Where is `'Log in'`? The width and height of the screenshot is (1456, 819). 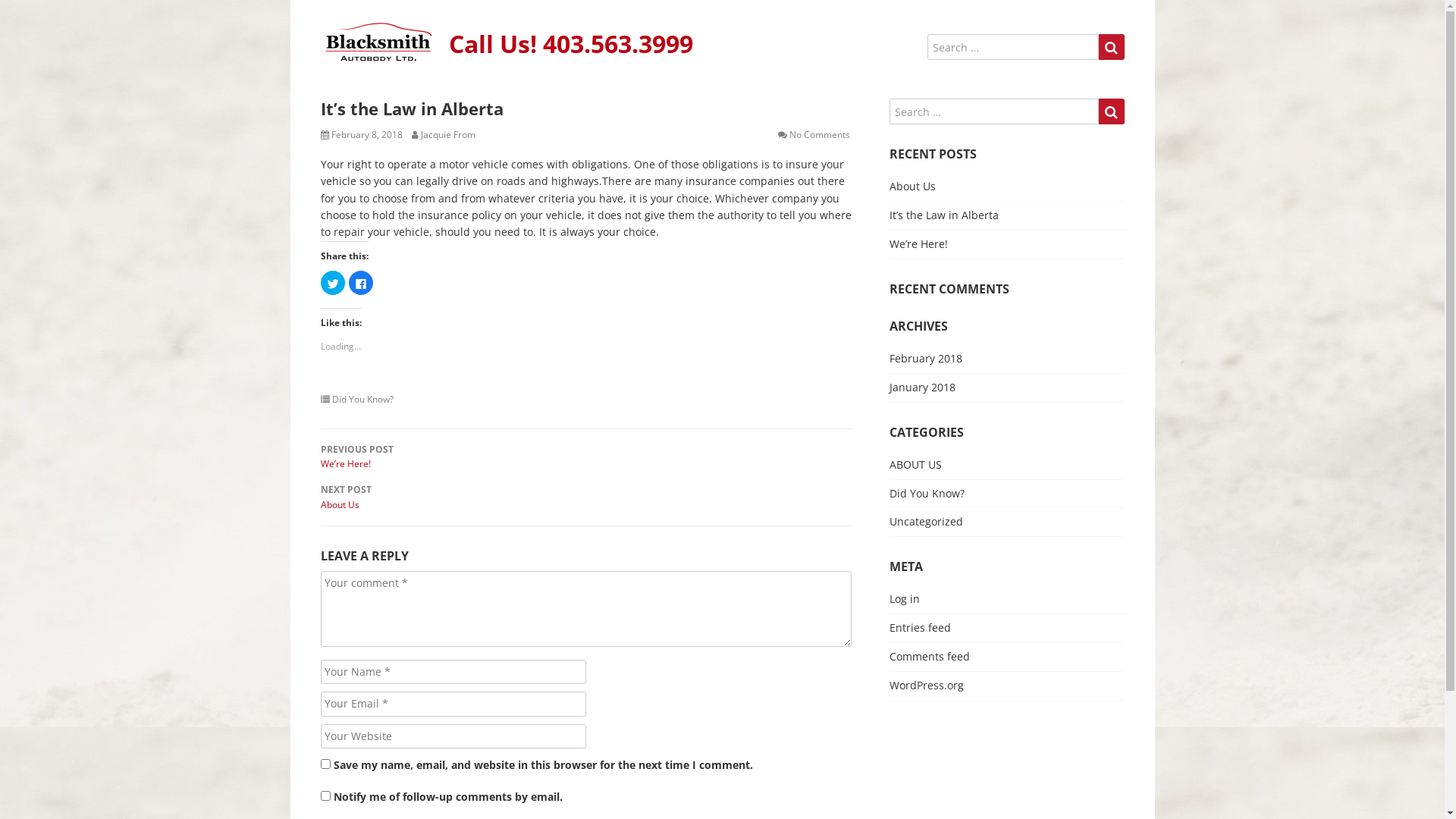 'Log in' is located at coordinates (888, 598).